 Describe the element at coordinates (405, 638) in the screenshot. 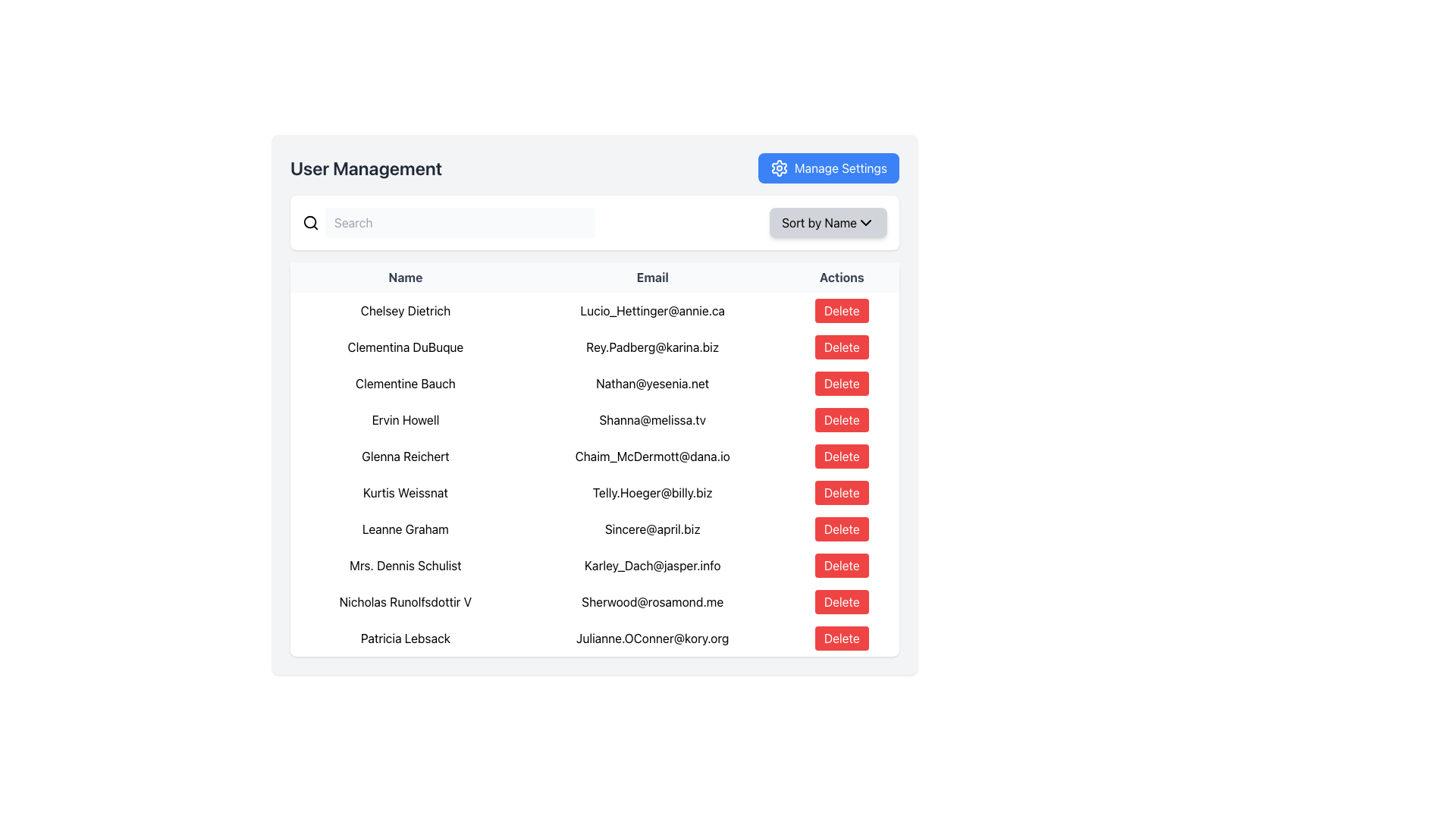

I see `text content of the Text Label displaying 'Patricia Lebsack' located in the 'Name' column of the user management table` at that location.